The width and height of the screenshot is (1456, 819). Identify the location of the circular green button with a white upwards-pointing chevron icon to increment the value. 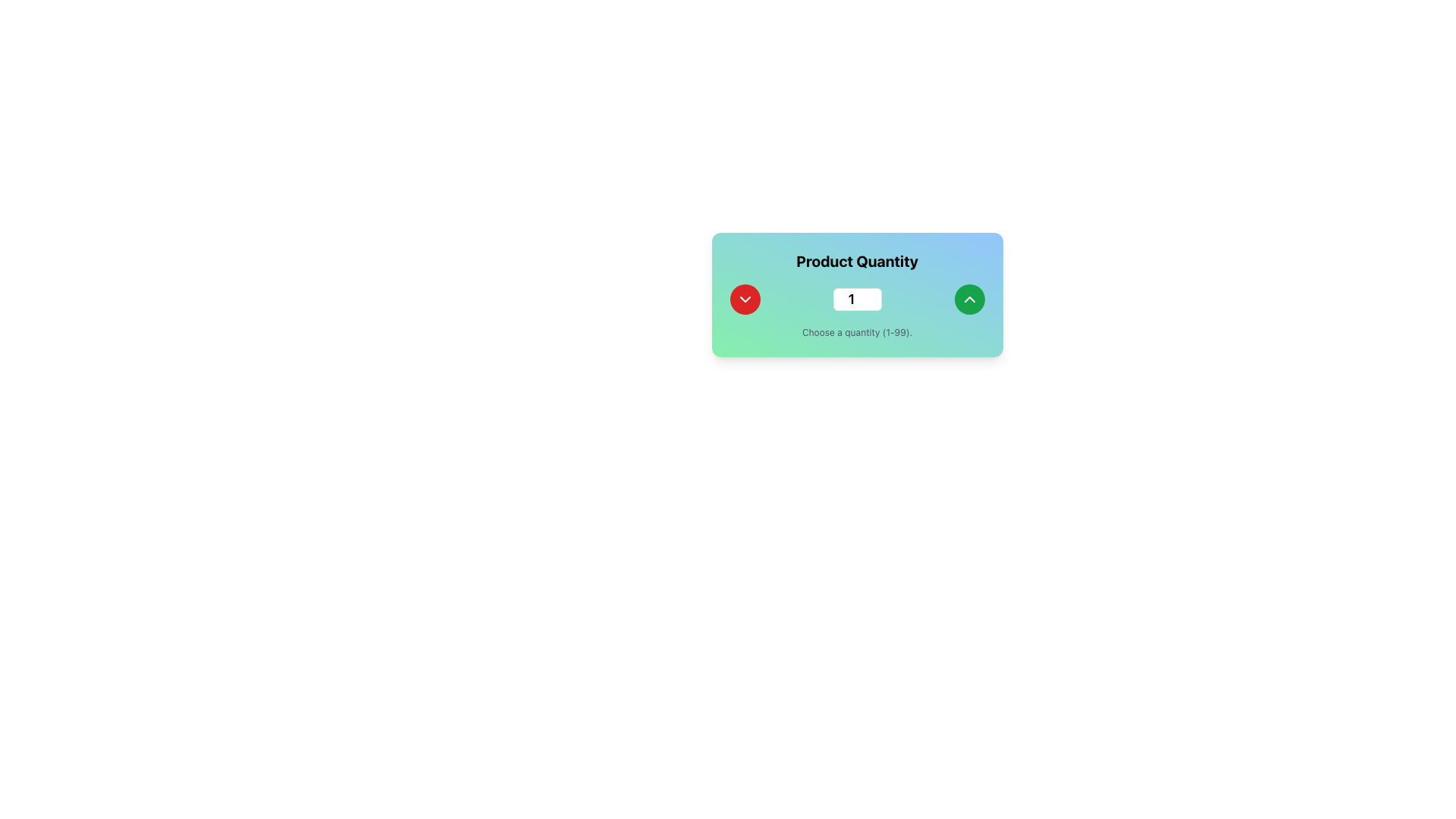
(968, 299).